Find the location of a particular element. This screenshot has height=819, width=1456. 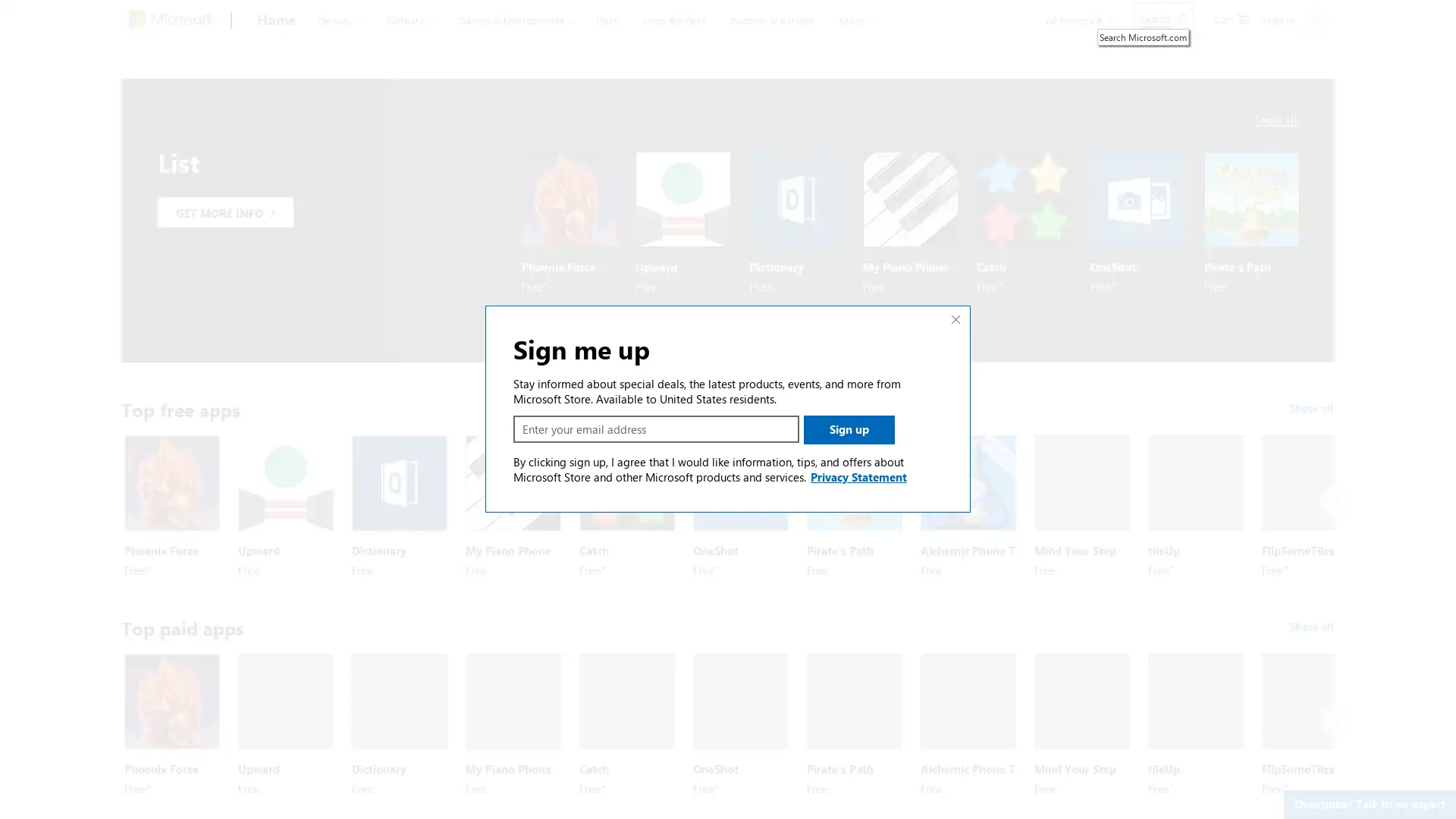

Software is located at coordinates (410, 20).